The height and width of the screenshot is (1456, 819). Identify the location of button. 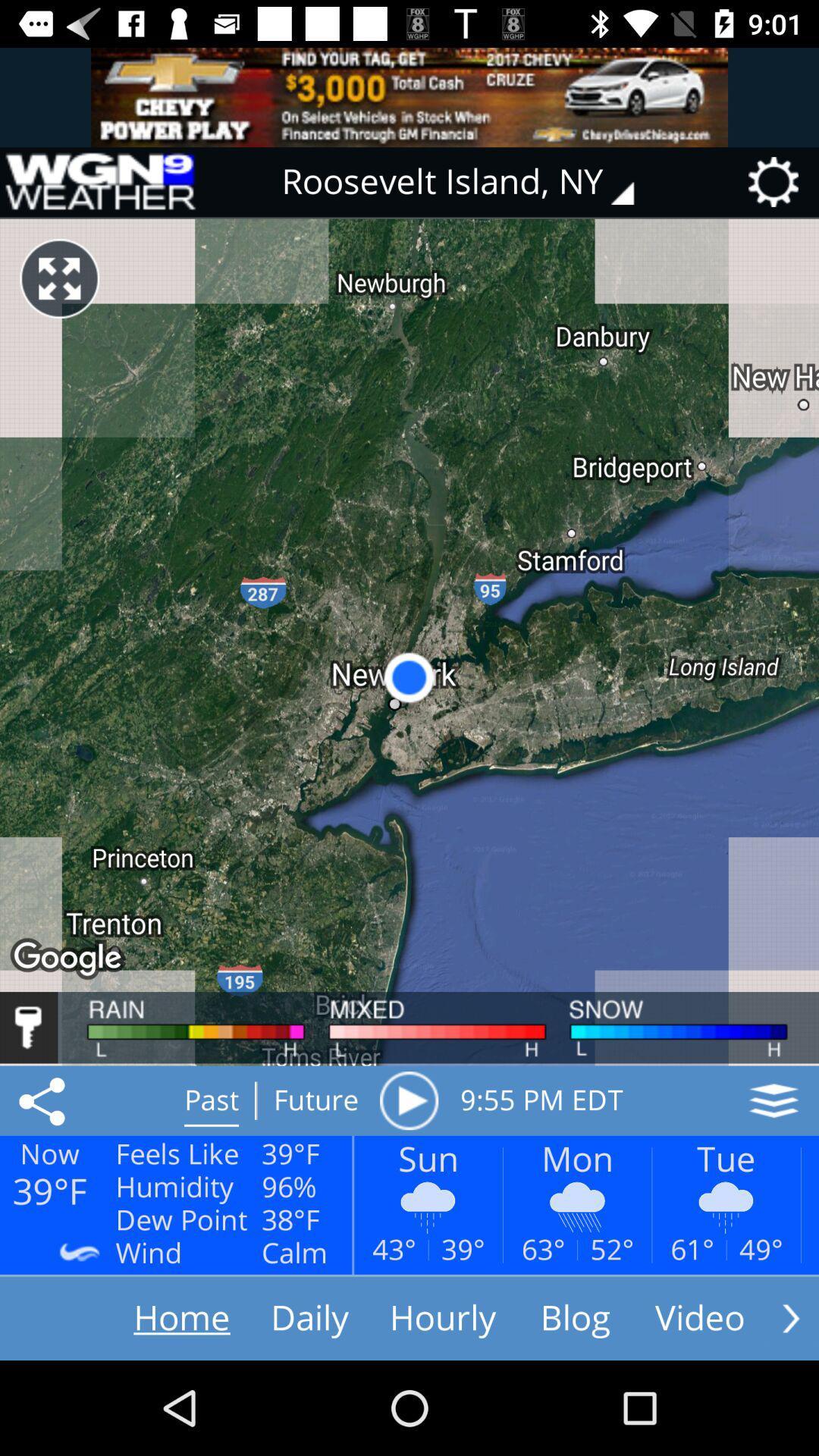
(408, 1100).